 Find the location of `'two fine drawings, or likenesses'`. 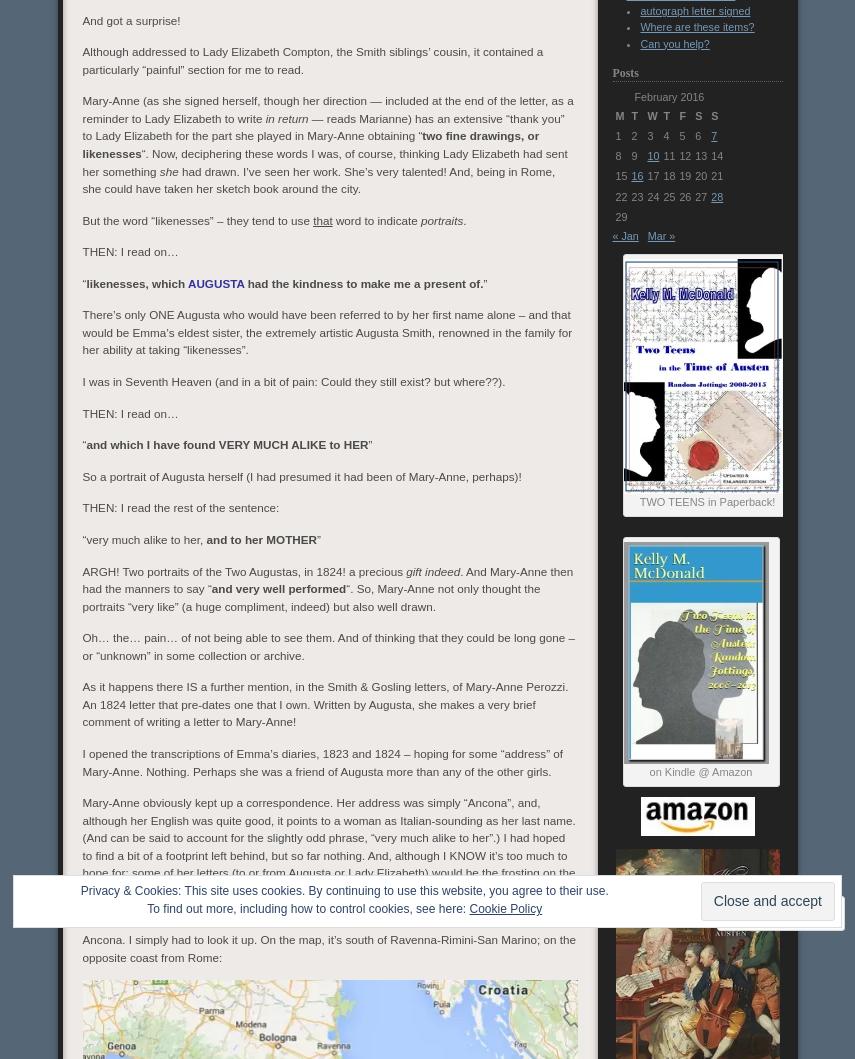

'two fine drawings, or likenesses' is located at coordinates (309, 143).